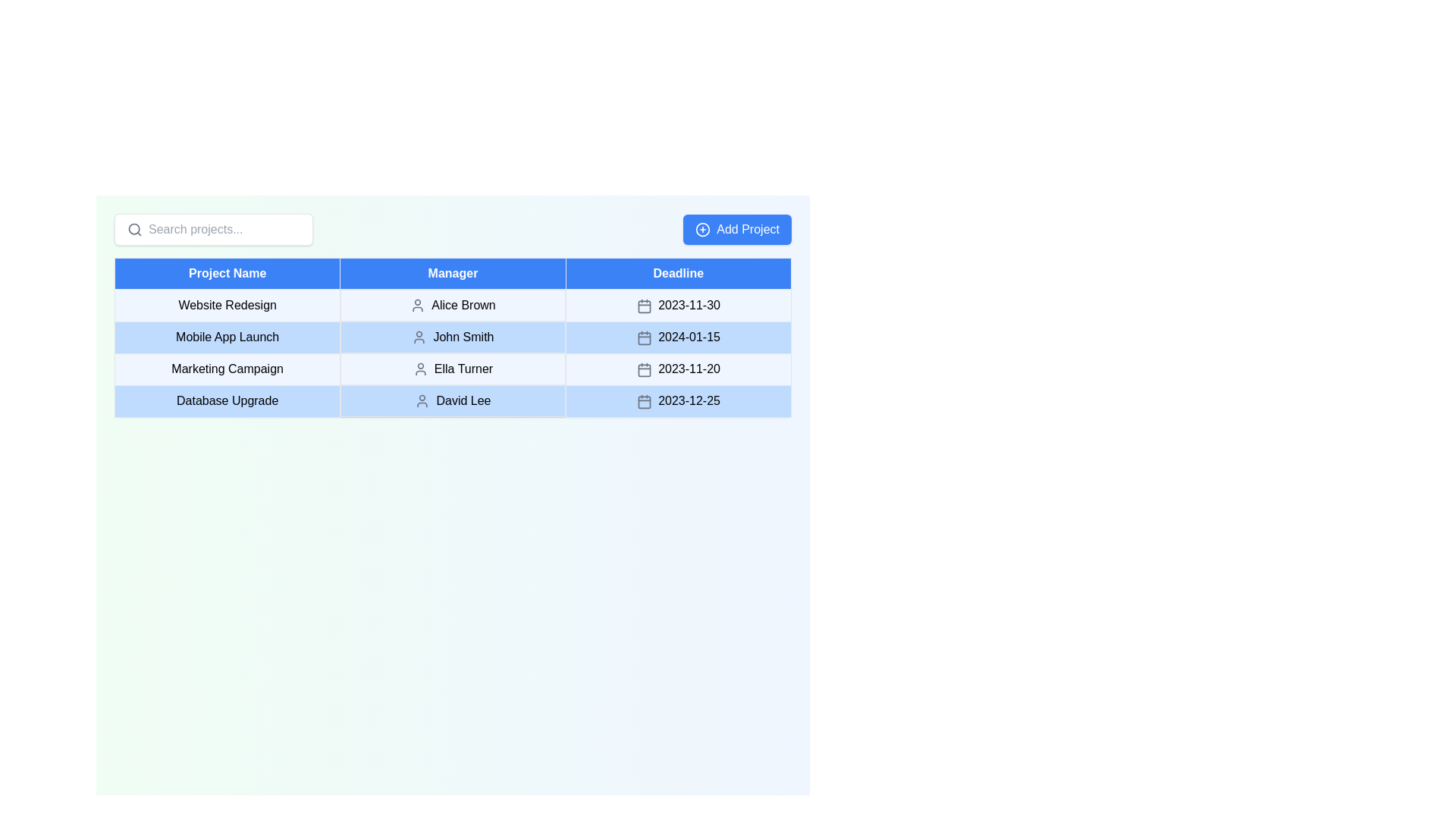  I want to click on the text display in the first column of the second row of the project table, which identifies the project name, so click(227, 305).